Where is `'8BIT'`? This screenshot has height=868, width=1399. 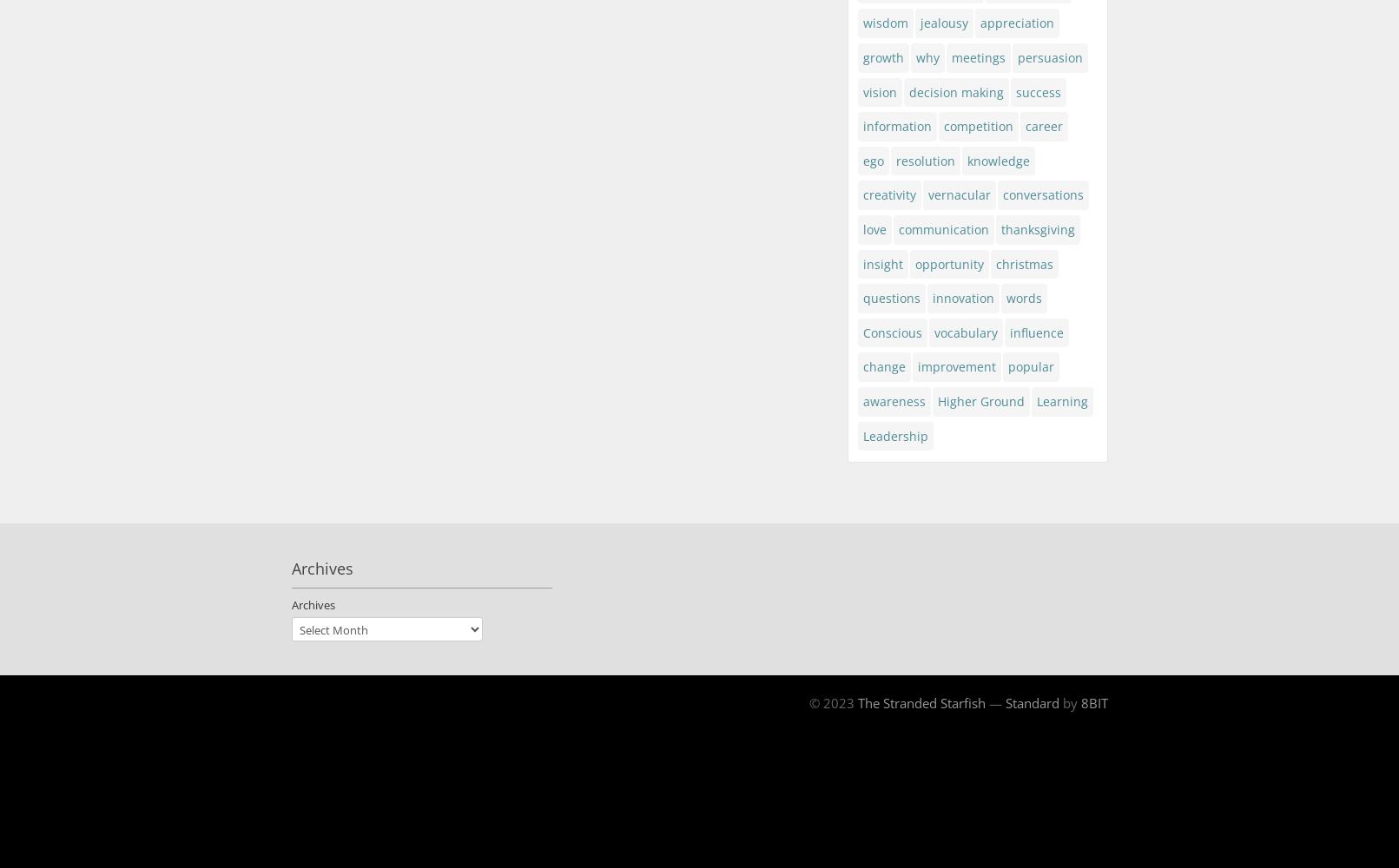 '8BIT' is located at coordinates (1093, 703).